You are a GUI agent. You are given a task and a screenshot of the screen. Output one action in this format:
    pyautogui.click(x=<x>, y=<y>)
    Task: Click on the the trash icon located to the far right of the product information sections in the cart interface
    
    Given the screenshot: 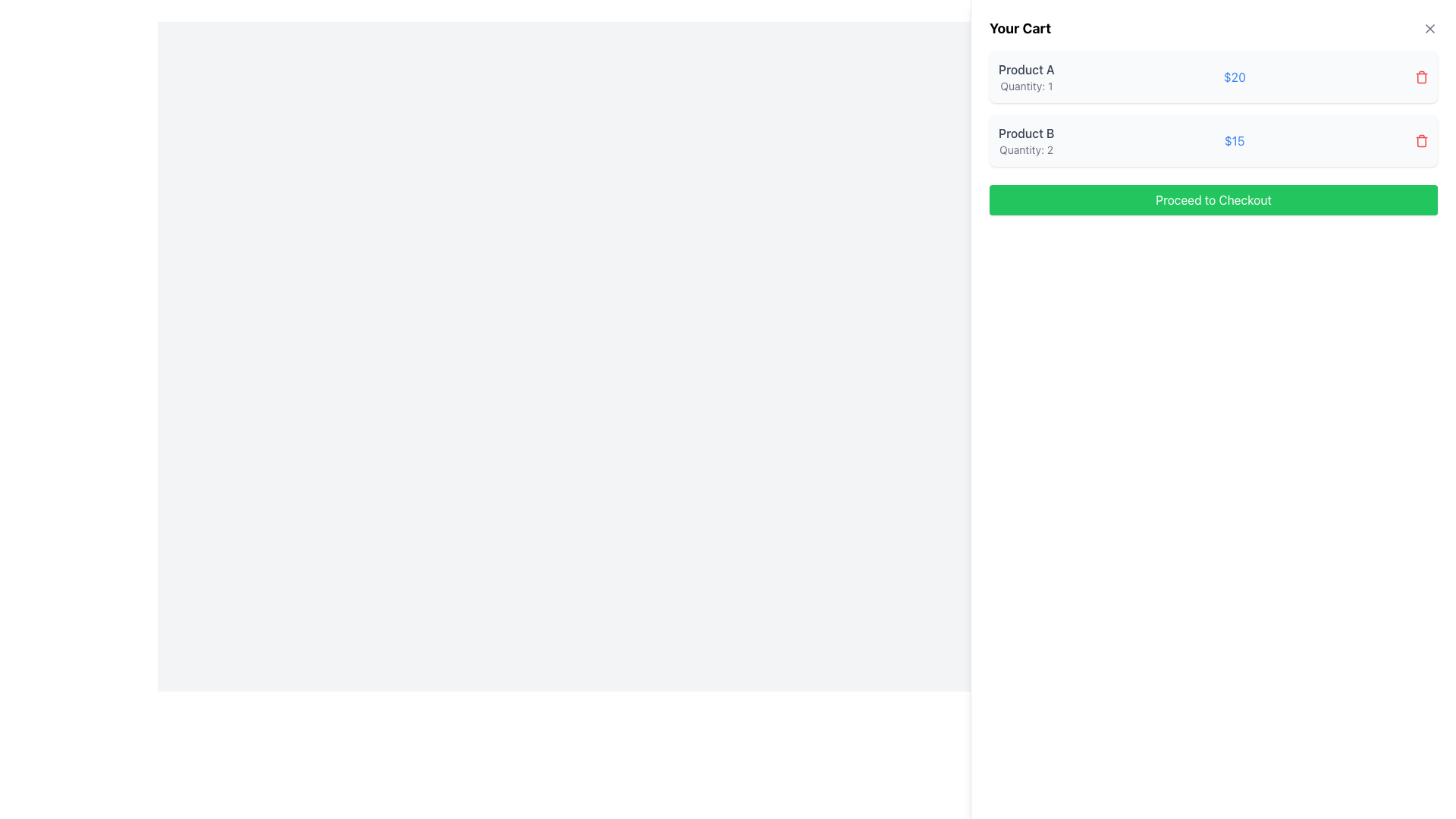 What is the action you would take?
    pyautogui.click(x=1421, y=78)
    